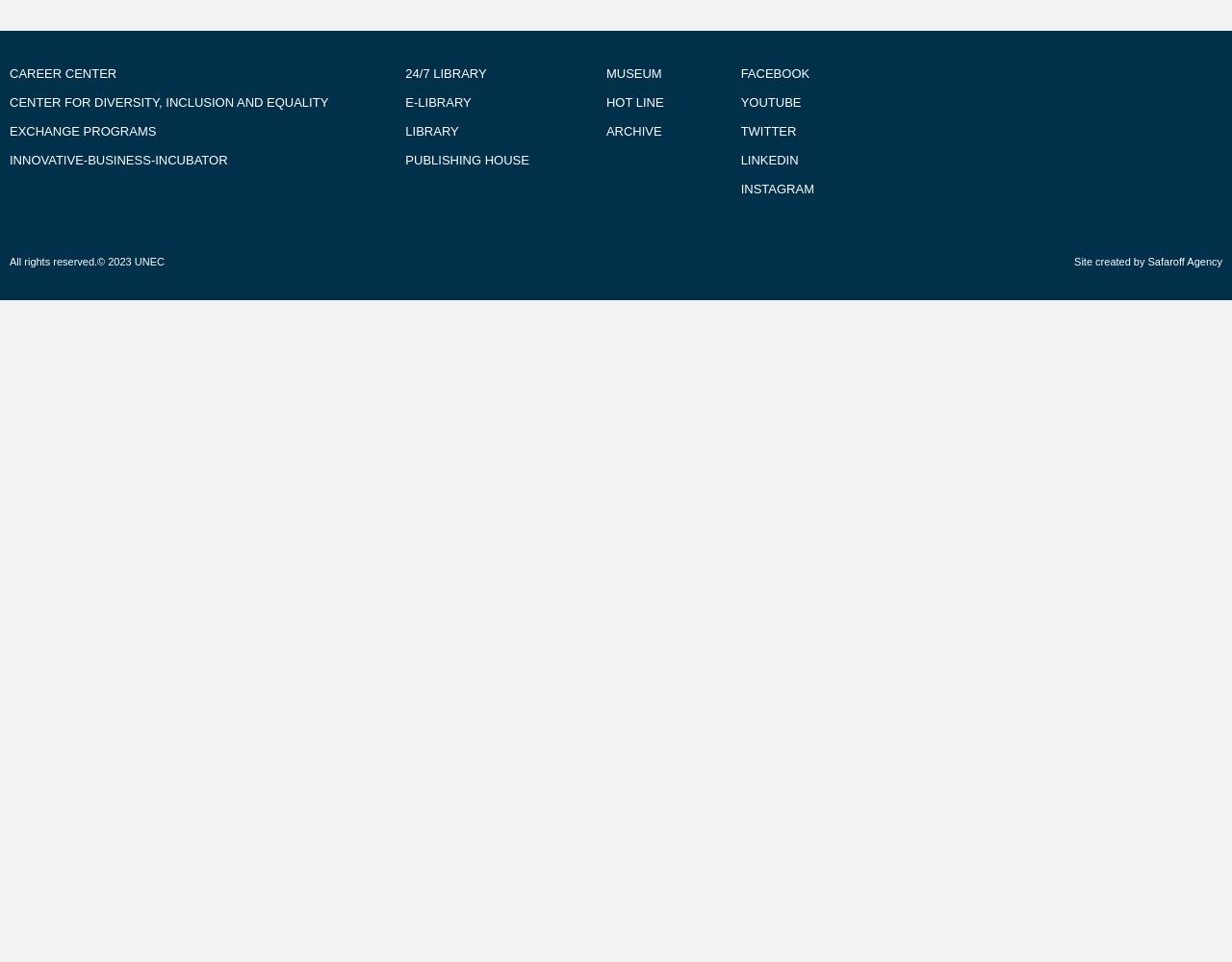 This screenshot has width=1232, height=962. What do you see at coordinates (633, 101) in the screenshot?
I see `'HOT LINE'` at bounding box center [633, 101].